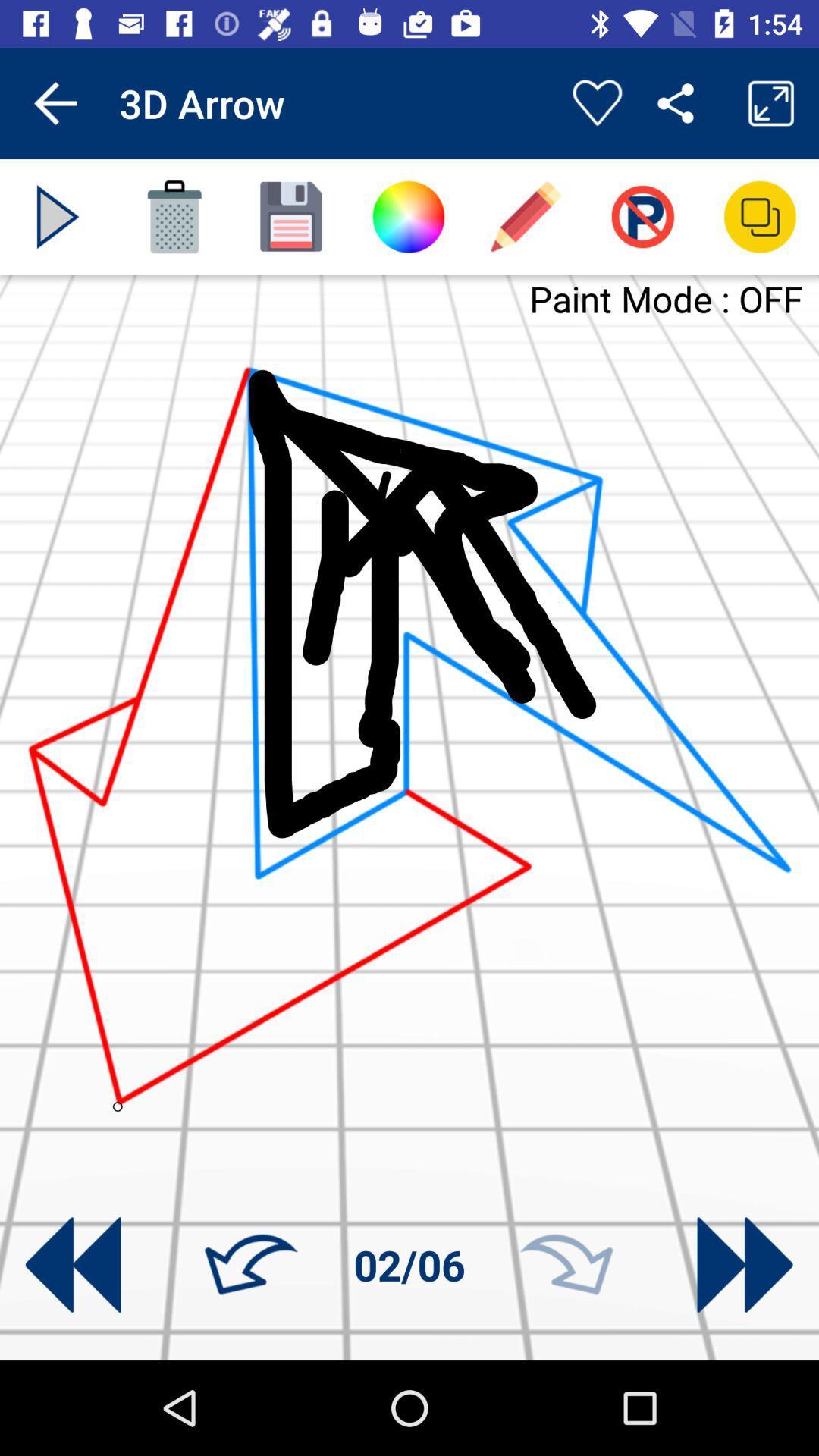  What do you see at coordinates (250, 1265) in the screenshot?
I see `the undo icon` at bounding box center [250, 1265].